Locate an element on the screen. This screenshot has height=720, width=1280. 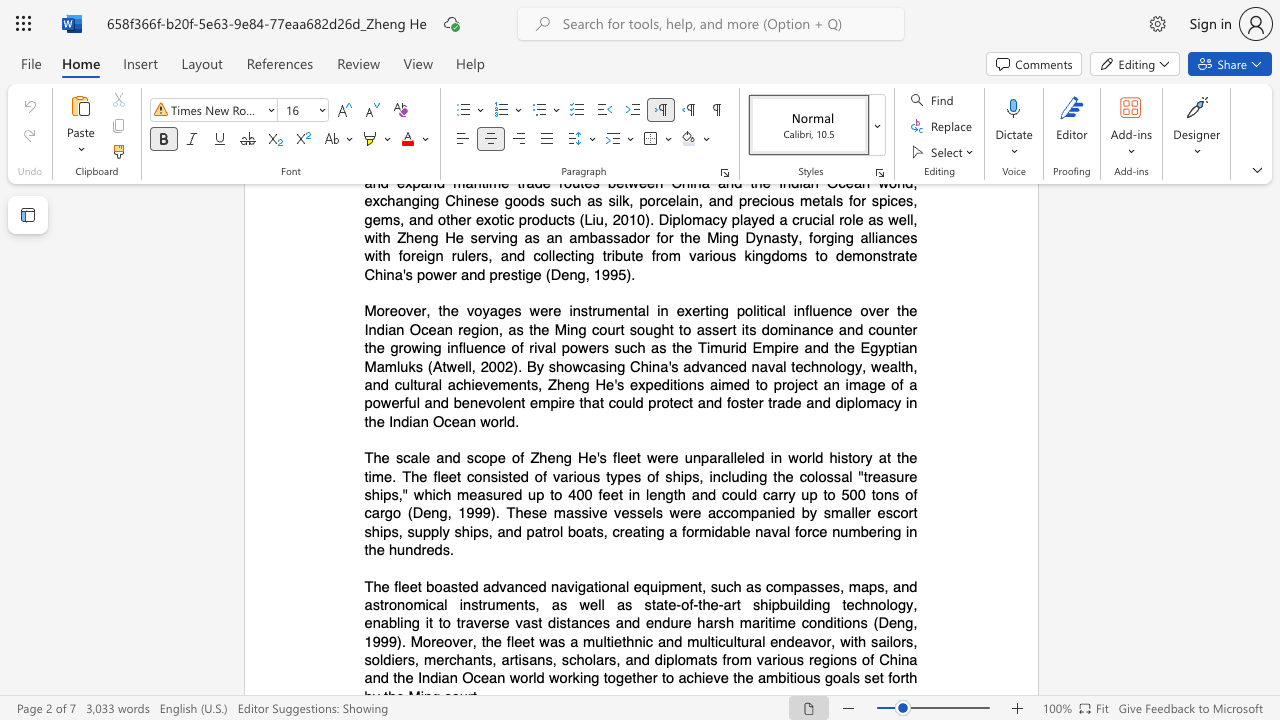
the subset text "ent, such a" within the text "The fleet boasted advanced navigational equipment, such as compasses, maps, and astronomical instruments, as well as" is located at coordinates (681, 585).